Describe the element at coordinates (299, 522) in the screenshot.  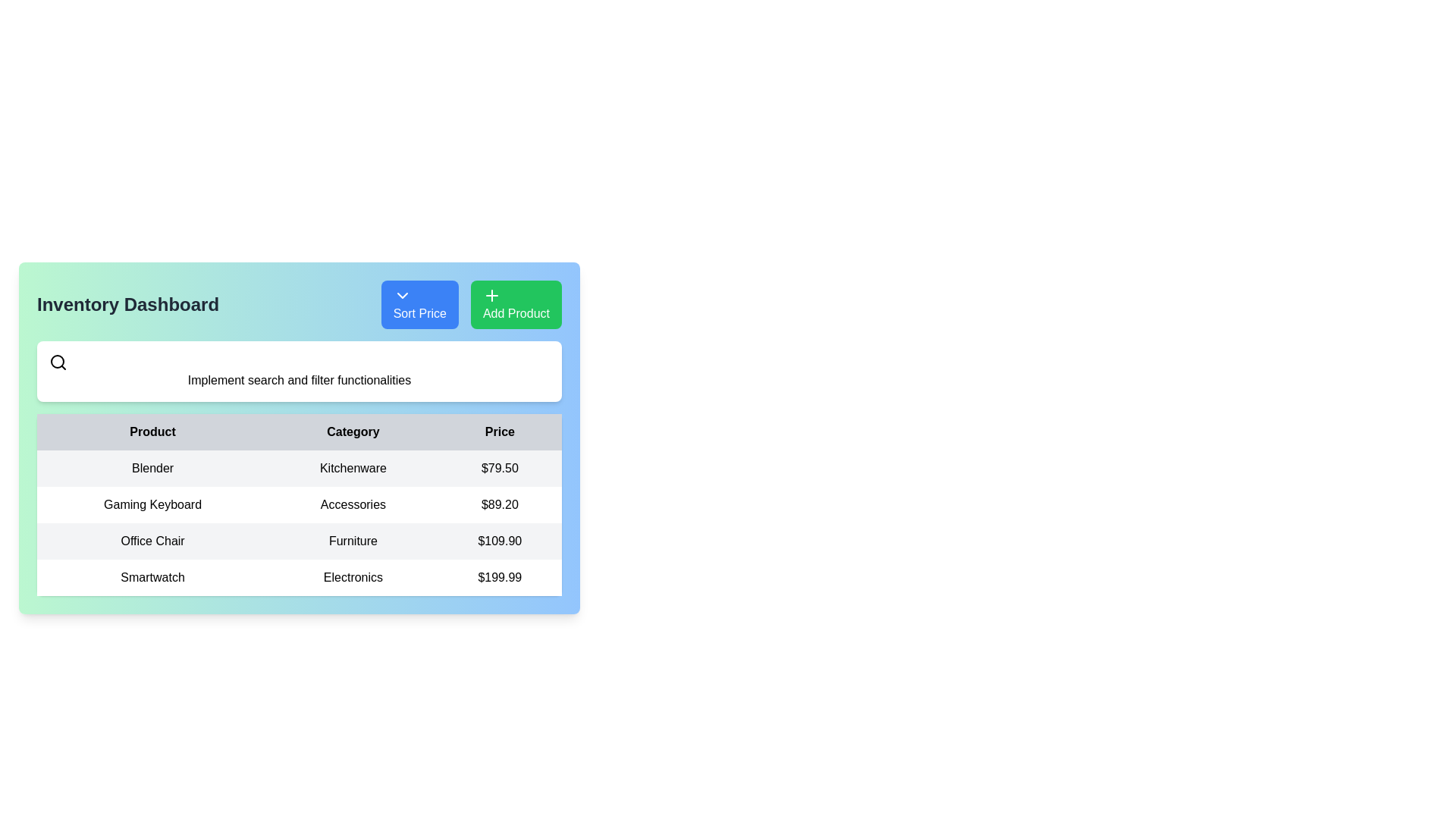
I see `the second row in the product table that contains details about the Gaming Keyboard` at that location.